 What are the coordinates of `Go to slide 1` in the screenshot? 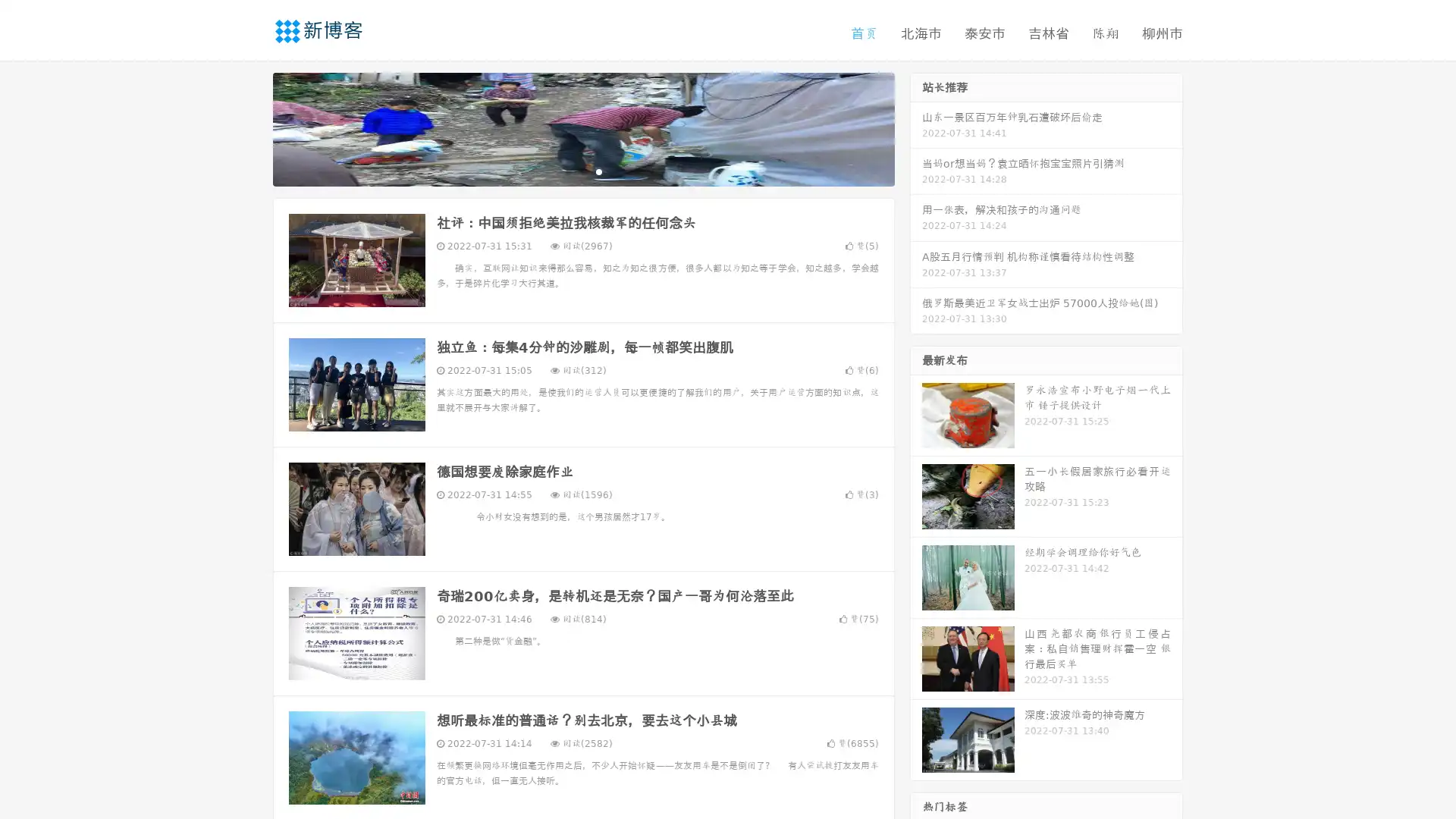 It's located at (567, 171).